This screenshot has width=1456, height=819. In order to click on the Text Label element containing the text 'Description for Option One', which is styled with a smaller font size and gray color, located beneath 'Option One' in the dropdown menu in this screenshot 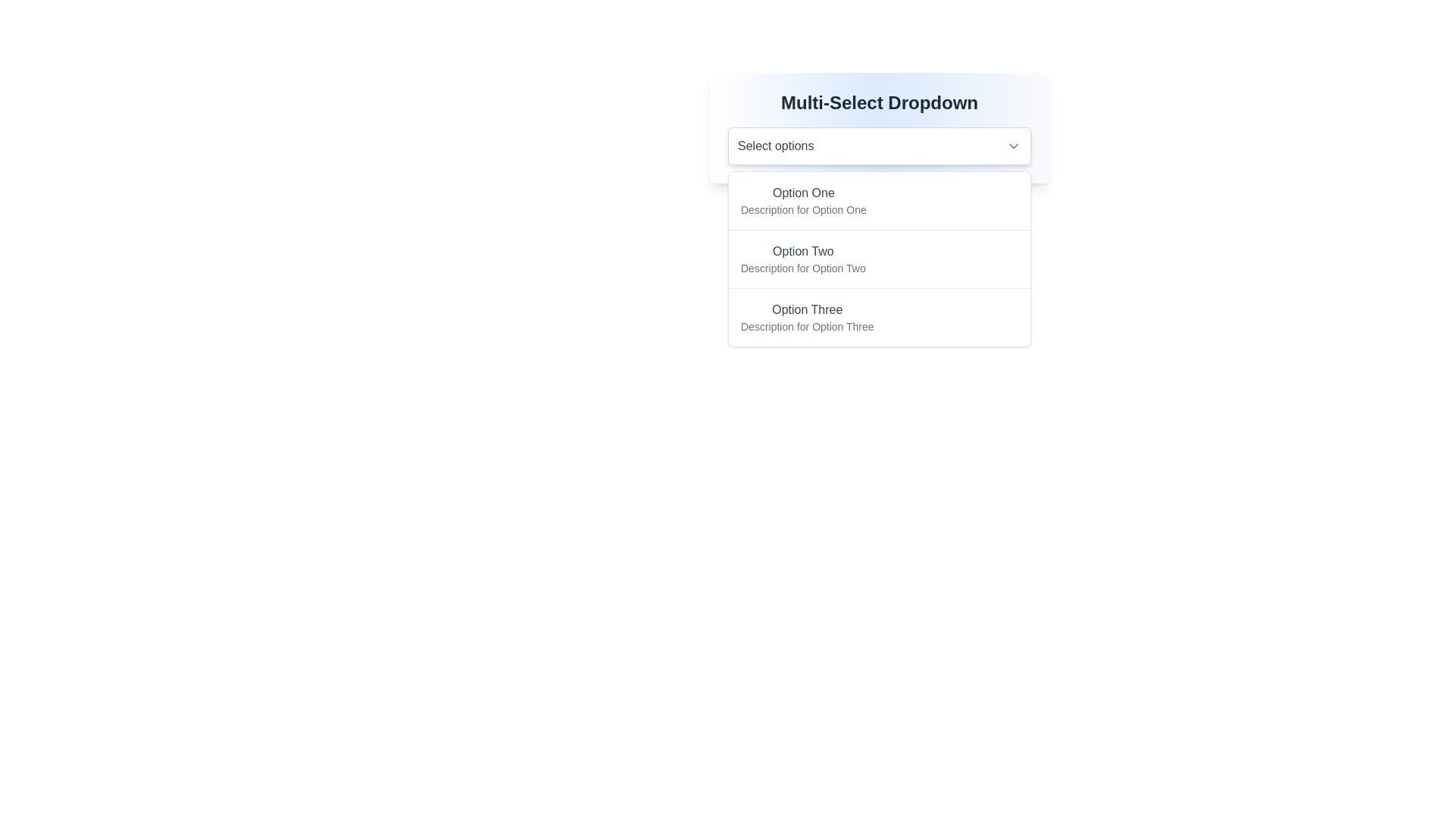, I will do `click(802, 210)`.